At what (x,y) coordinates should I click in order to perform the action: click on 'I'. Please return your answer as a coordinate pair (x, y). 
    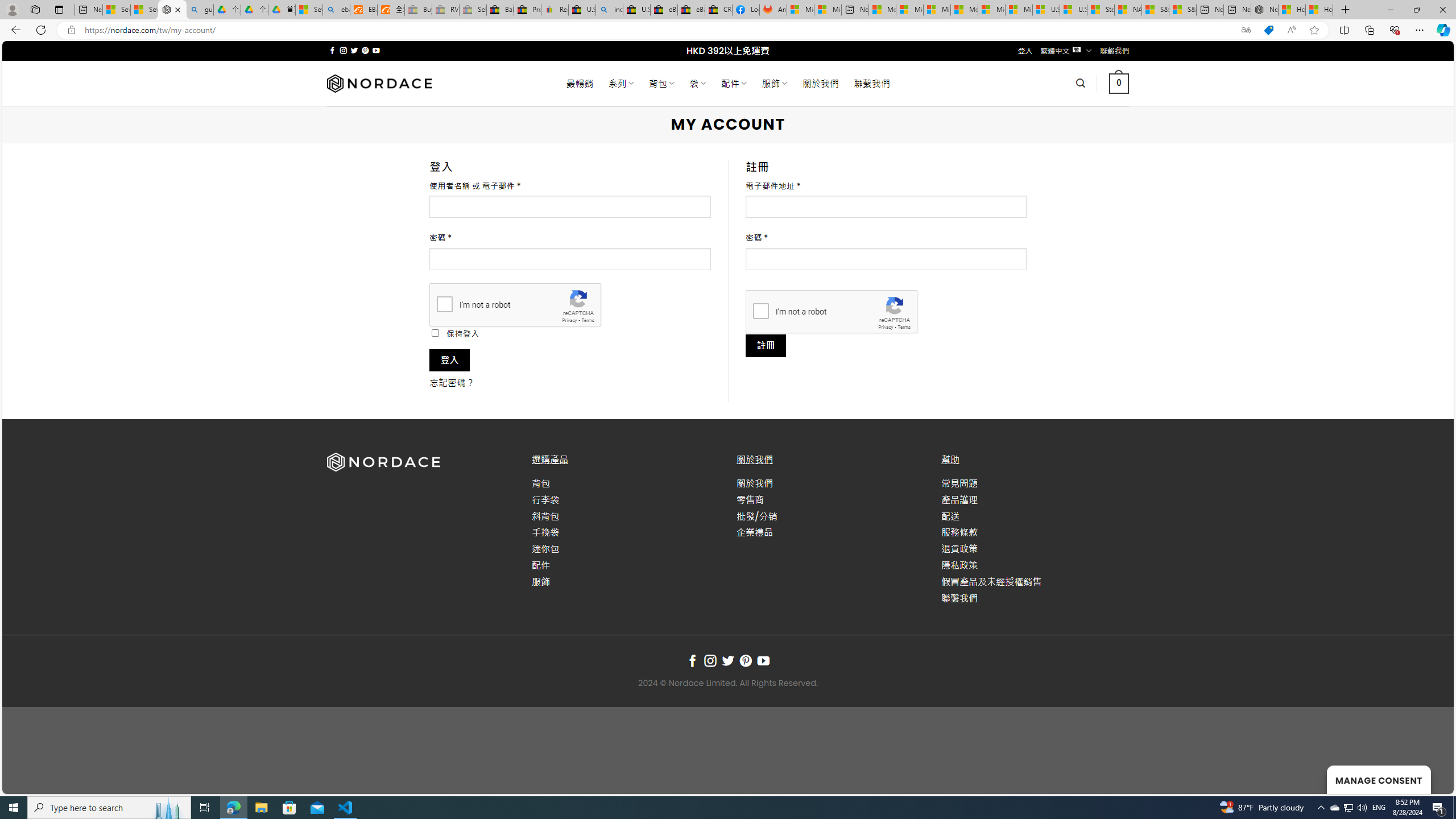
    Looking at the image, I should click on (760, 310).